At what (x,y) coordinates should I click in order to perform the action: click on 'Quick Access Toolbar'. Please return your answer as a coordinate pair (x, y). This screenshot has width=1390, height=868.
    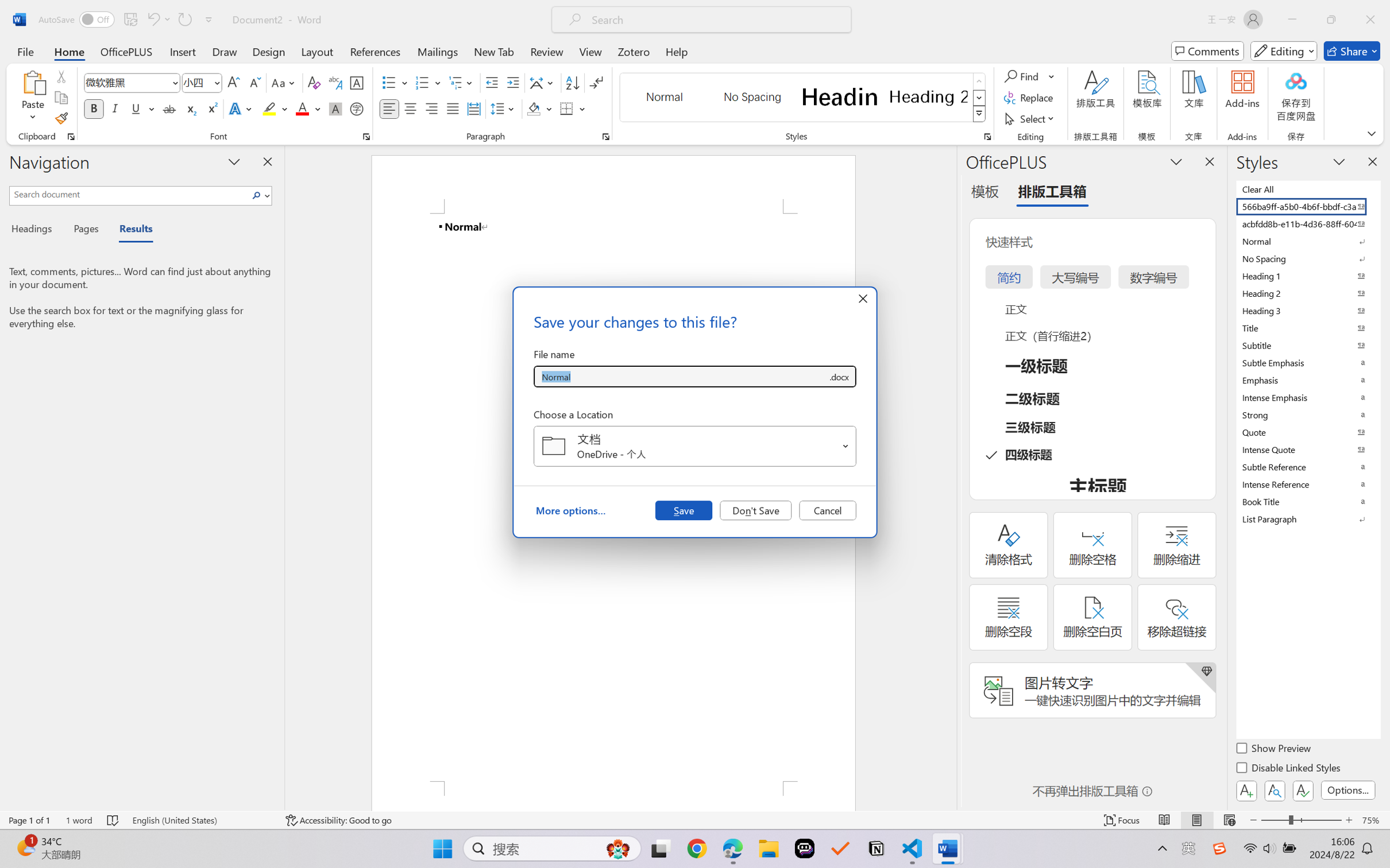
    Looking at the image, I should click on (128, 19).